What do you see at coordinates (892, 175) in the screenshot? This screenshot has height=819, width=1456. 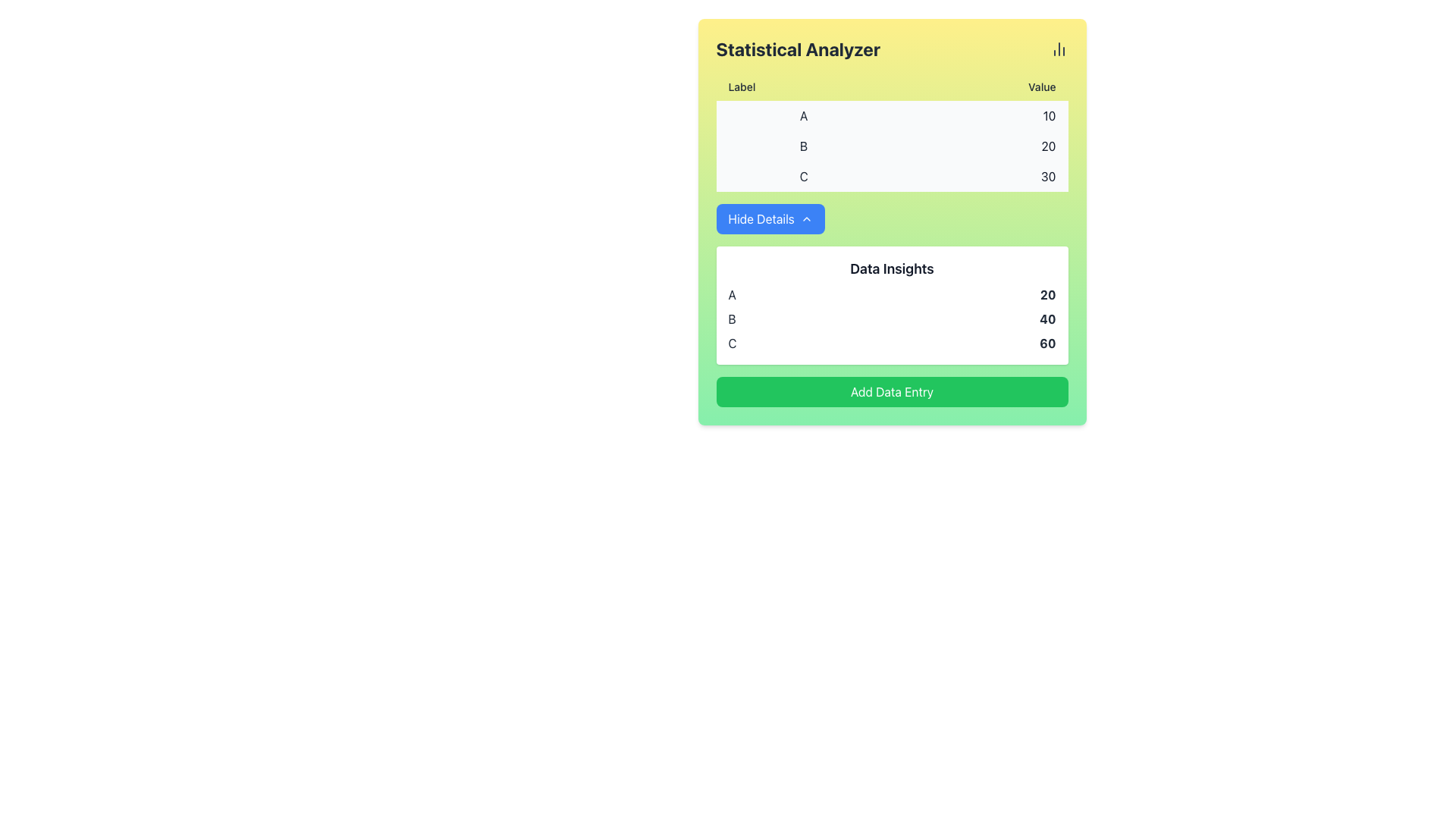 I see `the third list item containing a 'C' on the left and the value '30' on the right` at bounding box center [892, 175].